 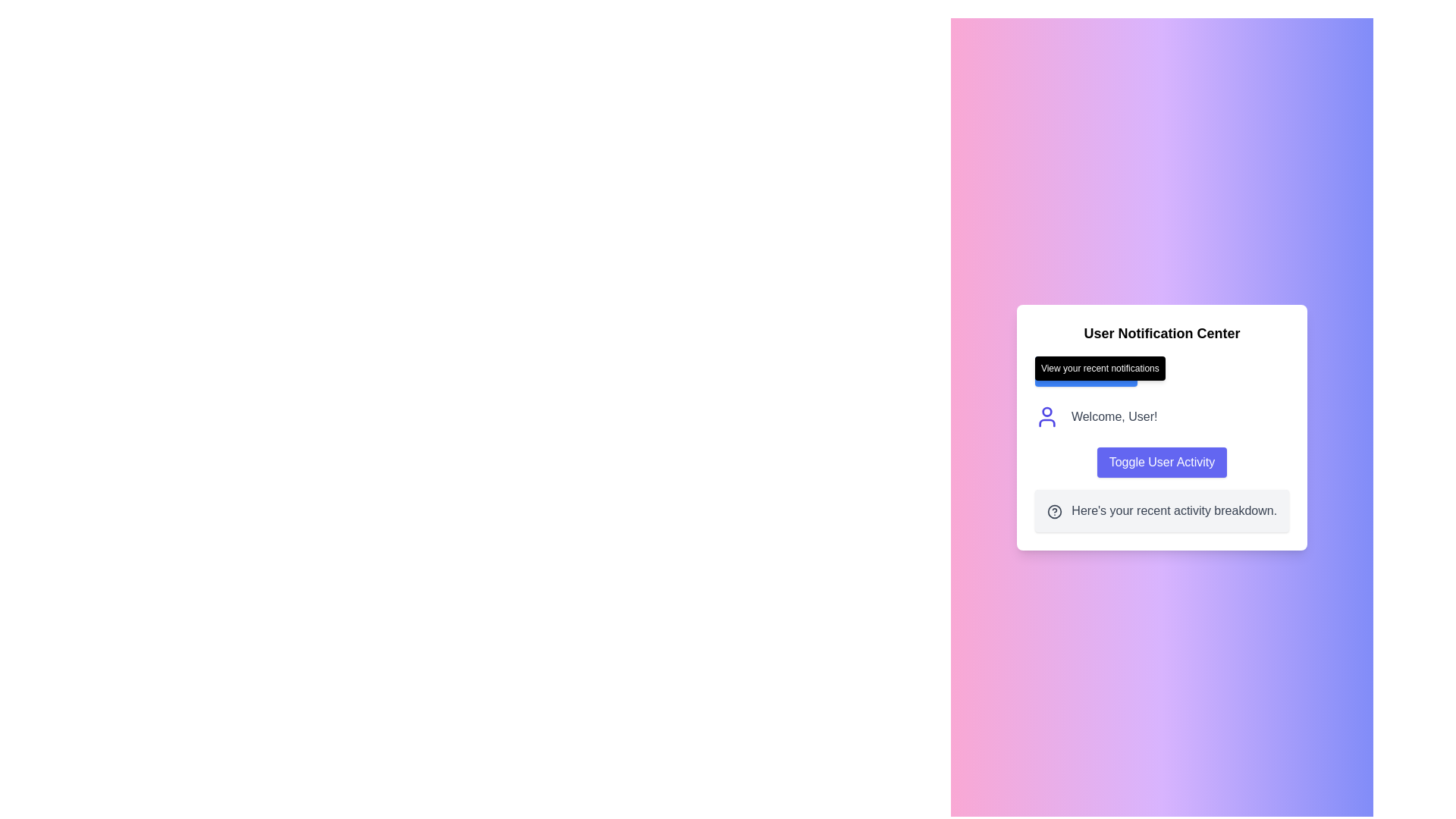 I want to click on the lower middle section of the notification bell icon, which represents recent notifications in the User Notification Center panel, so click(x=1049, y=369).